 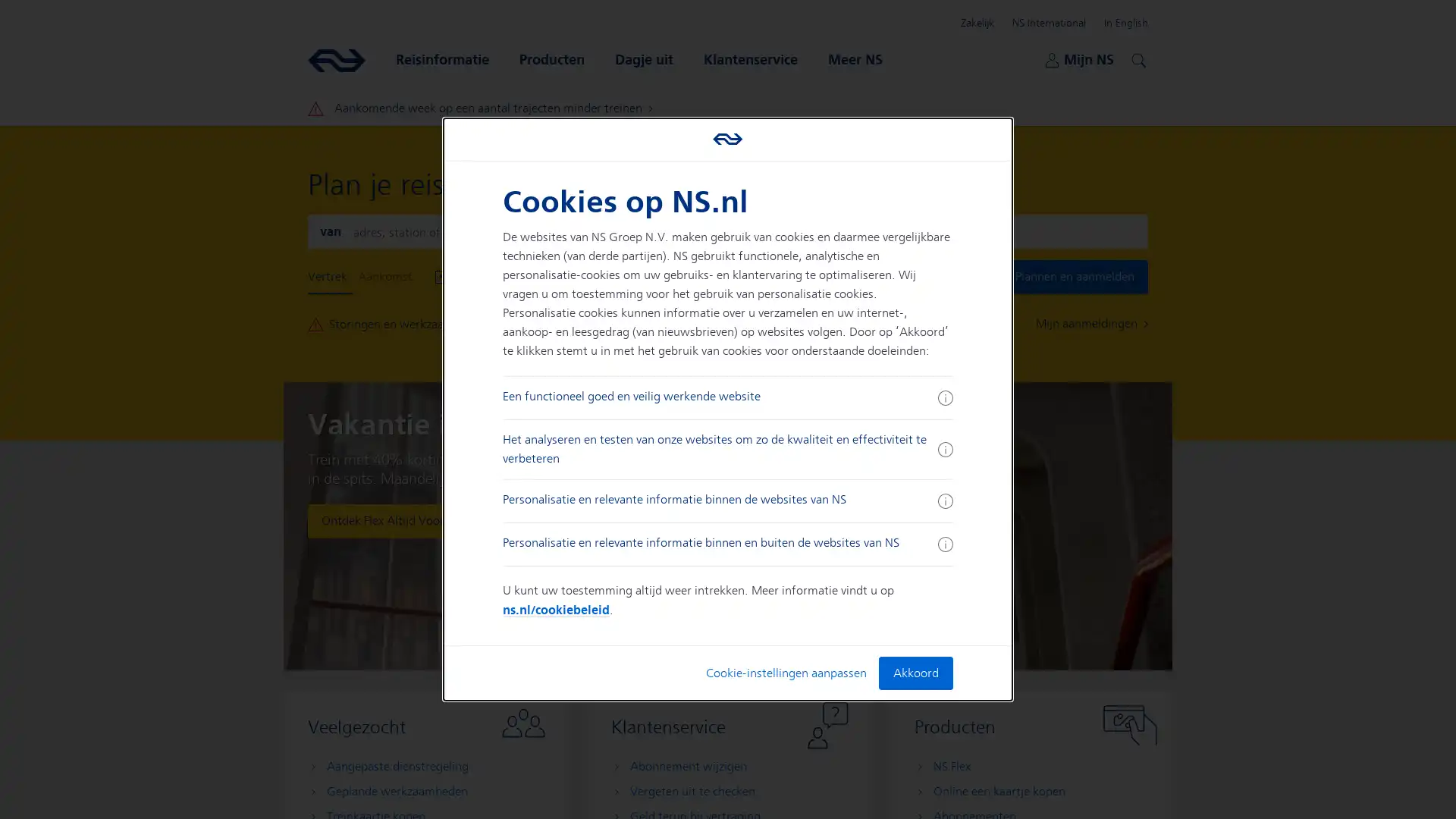 What do you see at coordinates (695, 277) in the screenshot?
I see `Toon Opties` at bounding box center [695, 277].